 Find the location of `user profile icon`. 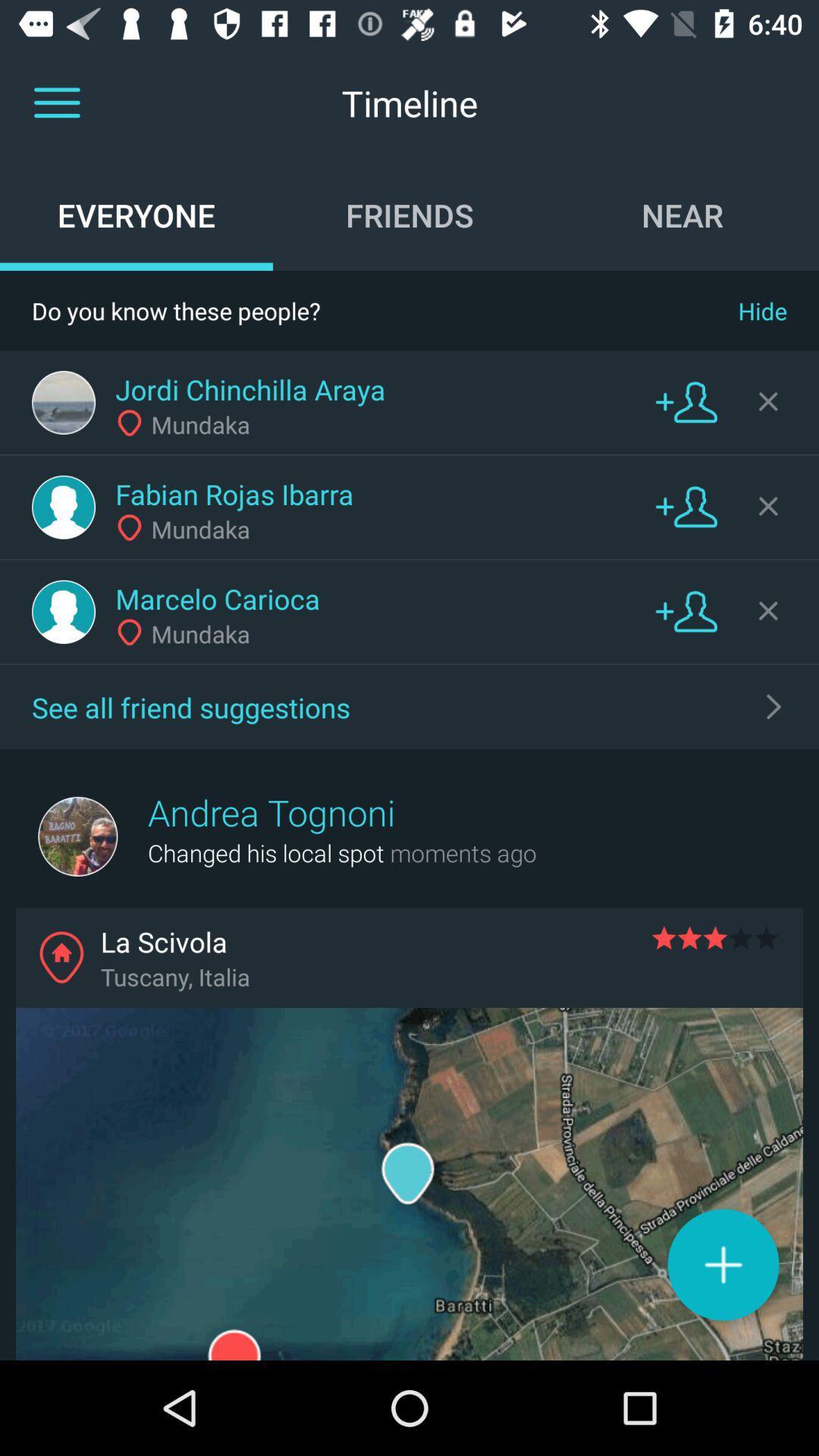

user profile icon is located at coordinates (63, 611).